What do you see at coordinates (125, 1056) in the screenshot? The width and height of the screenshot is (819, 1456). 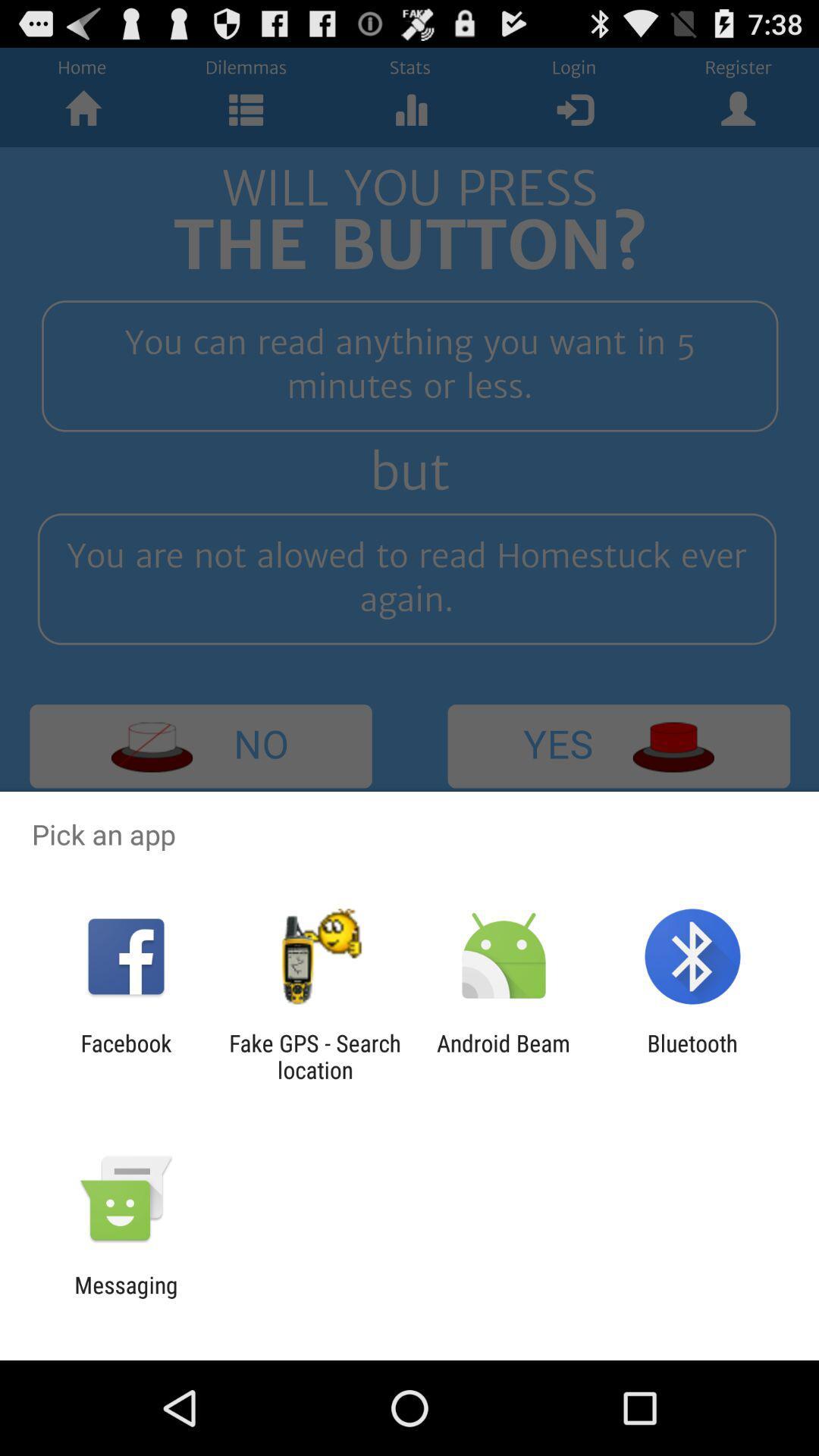 I see `facebook item` at bounding box center [125, 1056].